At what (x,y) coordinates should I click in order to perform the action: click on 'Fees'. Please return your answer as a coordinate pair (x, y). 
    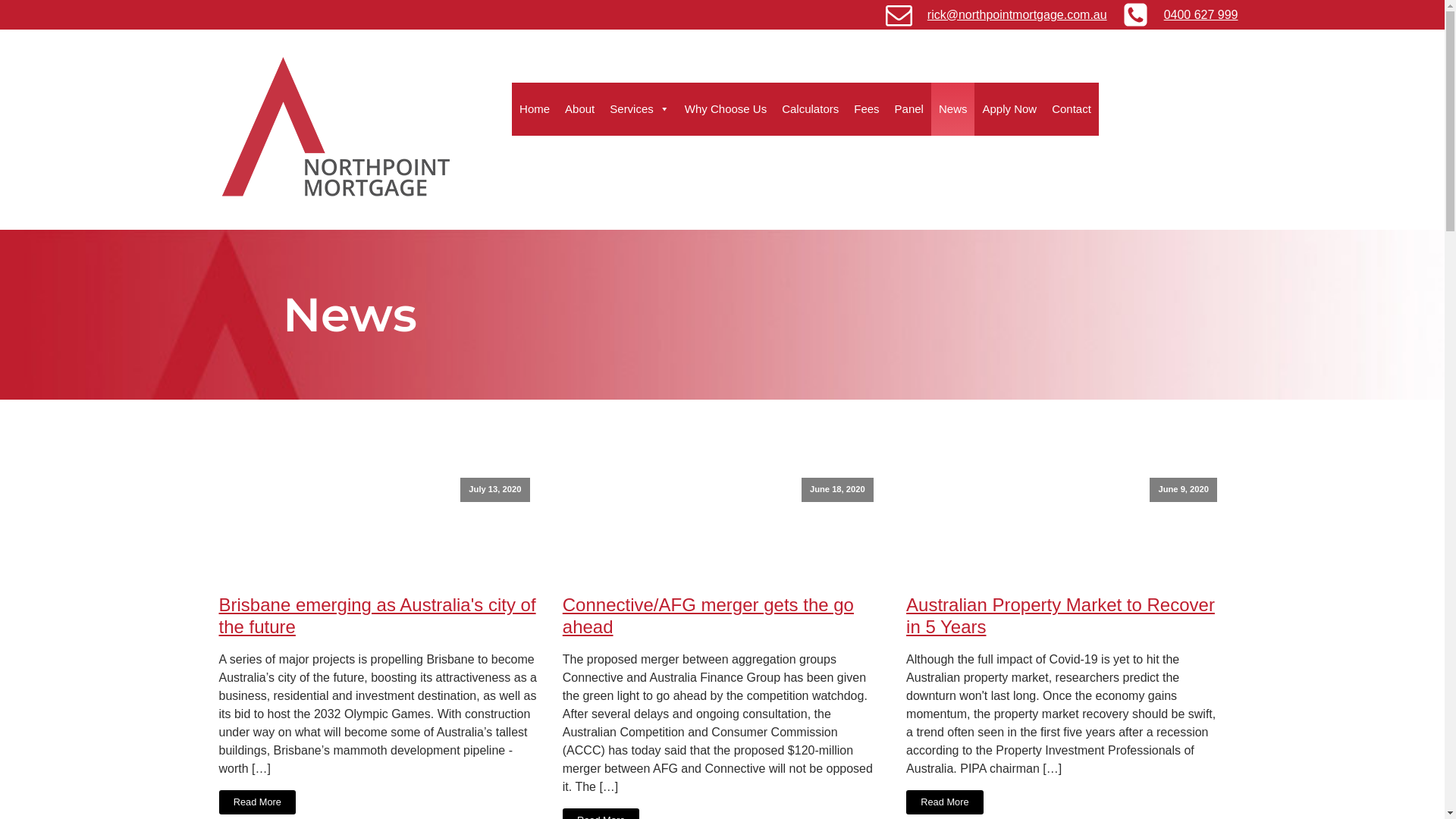
    Looking at the image, I should click on (846, 108).